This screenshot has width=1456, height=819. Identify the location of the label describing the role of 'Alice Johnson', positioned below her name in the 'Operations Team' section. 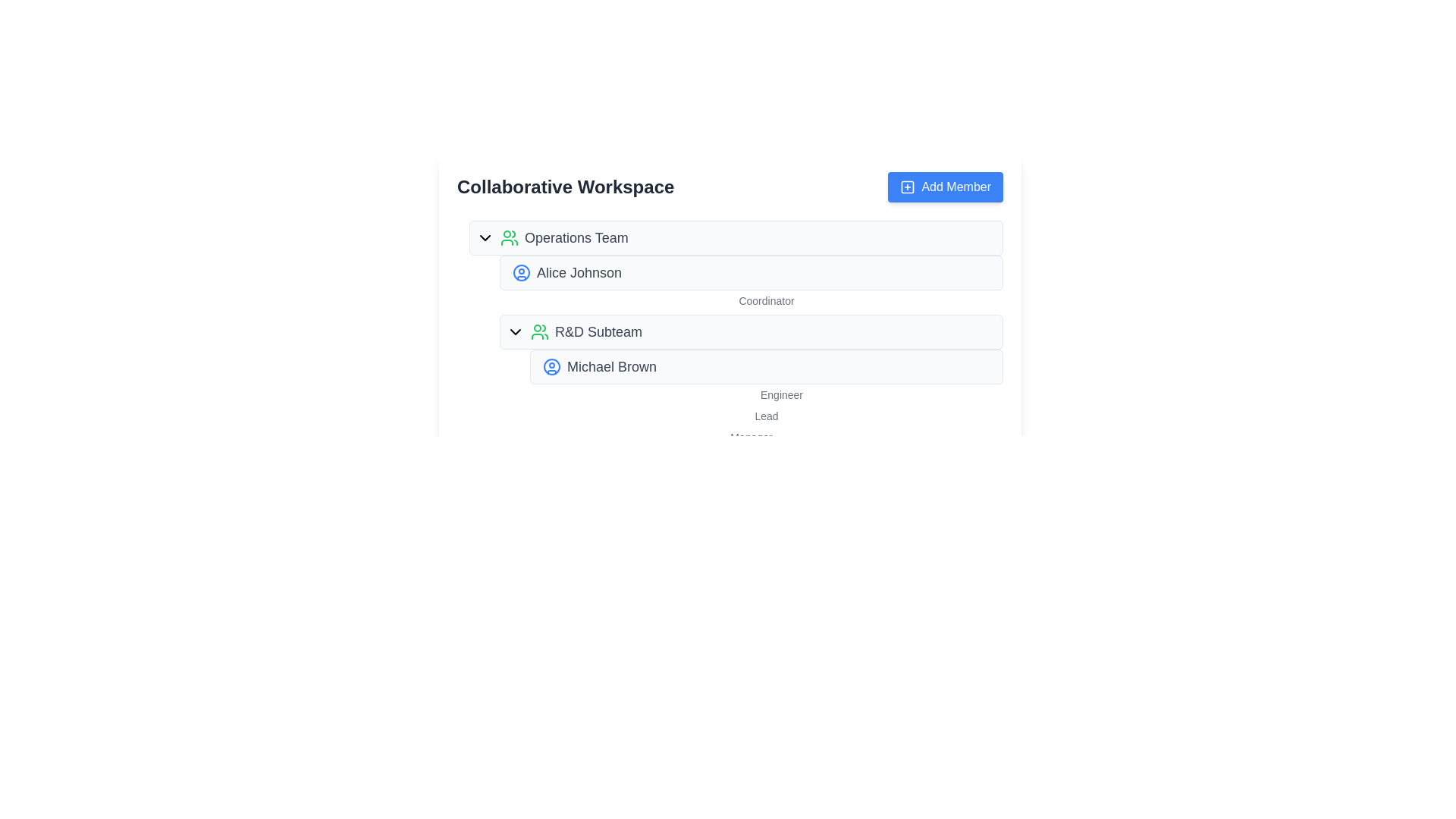
(767, 301).